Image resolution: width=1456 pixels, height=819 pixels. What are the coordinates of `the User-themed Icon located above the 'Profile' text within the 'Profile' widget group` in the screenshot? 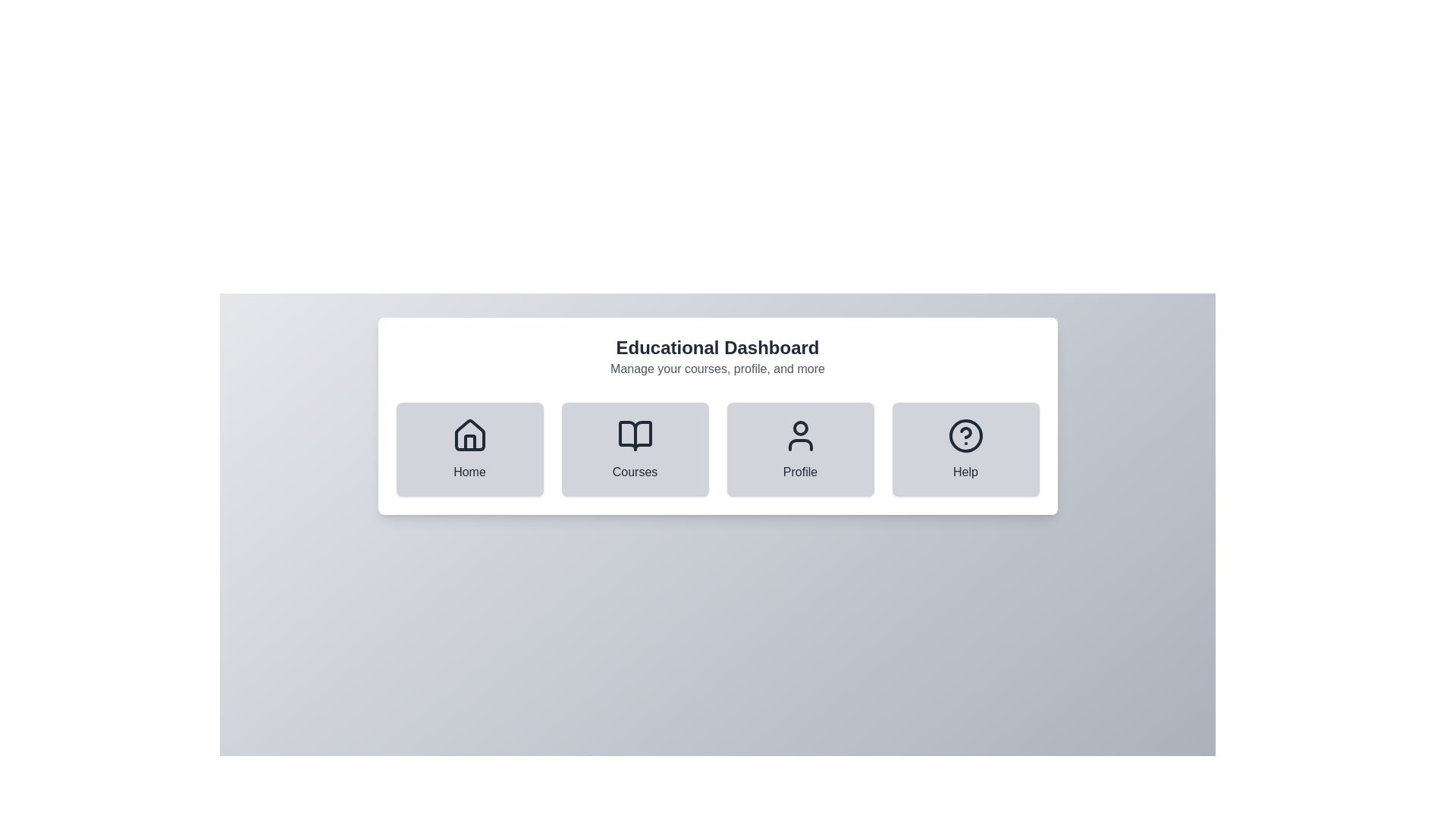 It's located at (799, 435).